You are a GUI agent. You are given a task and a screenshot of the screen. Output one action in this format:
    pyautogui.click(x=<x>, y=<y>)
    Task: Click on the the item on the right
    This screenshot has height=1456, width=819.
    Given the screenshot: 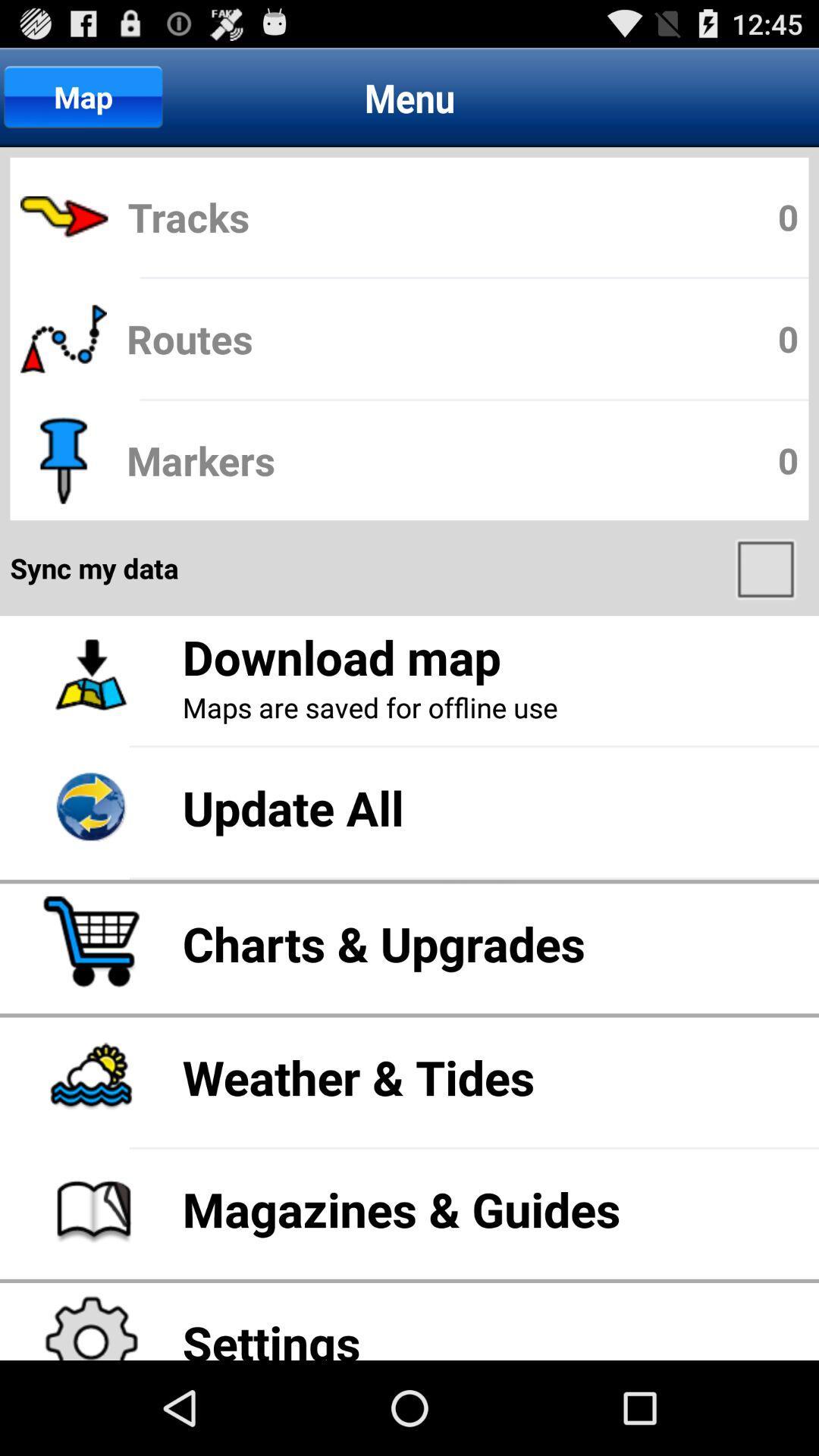 What is the action you would take?
    pyautogui.click(x=767, y=567)
    